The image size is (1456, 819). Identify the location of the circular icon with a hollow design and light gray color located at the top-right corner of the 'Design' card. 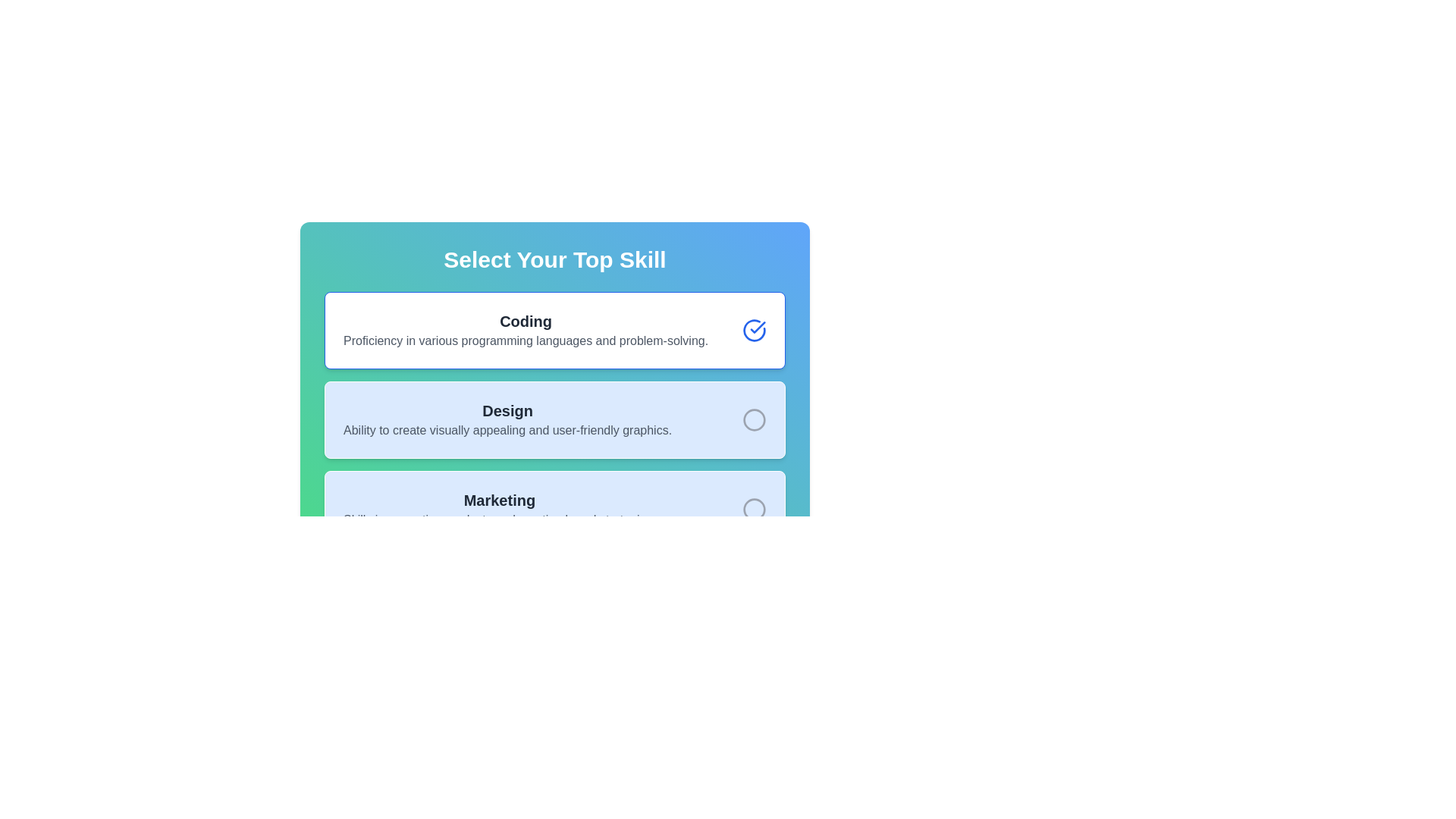
(754, 420).